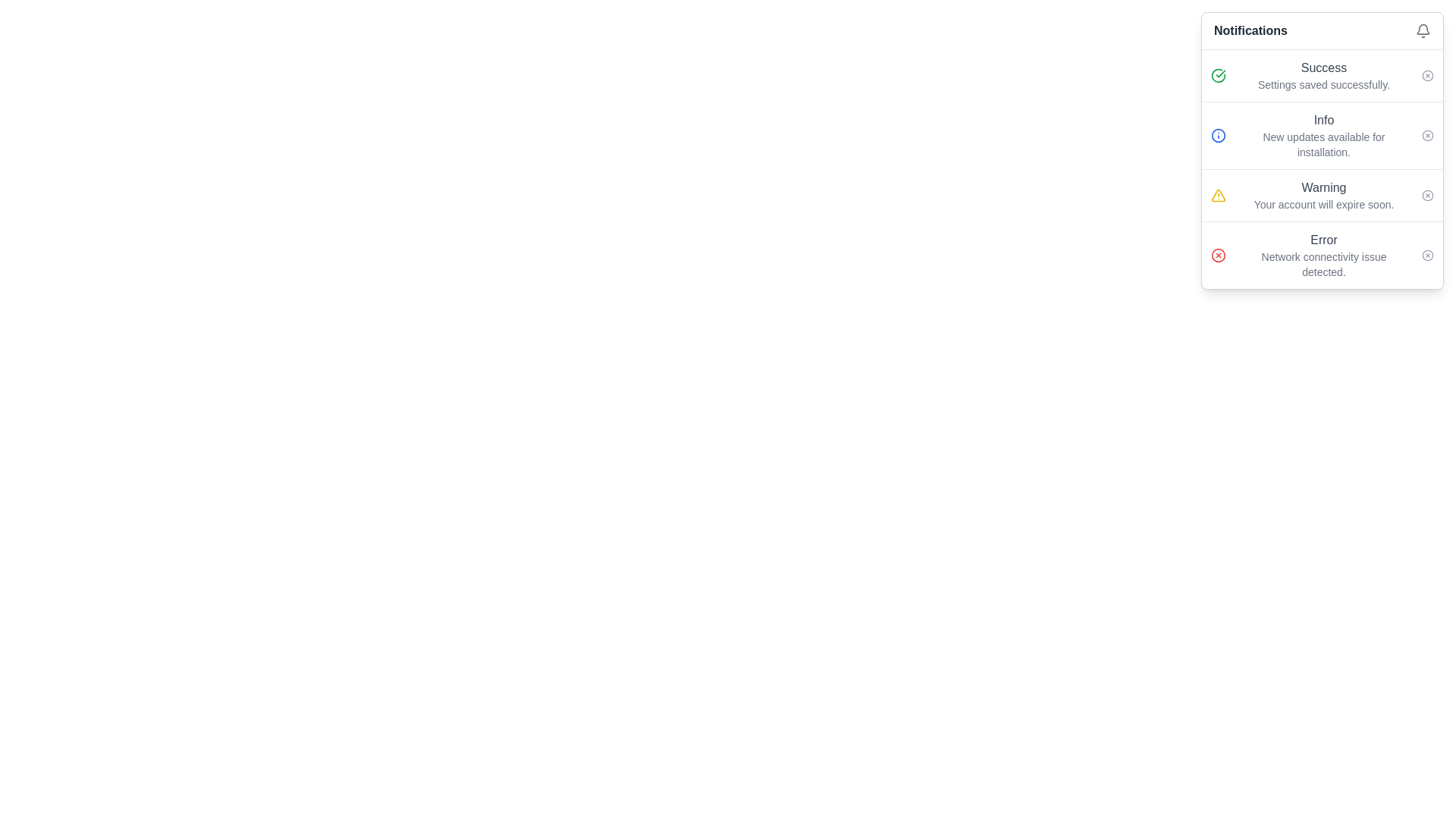 This screenshot has width=1456, height=819. What do you see at coordinates (1323, 263) in the screenshot?
I see `the descriptive text label indicating a network connectivity issue located in the 'Error' section of the notification panel, positioned as the second line below the 'Error' label` at bounding box center [1323, 263].